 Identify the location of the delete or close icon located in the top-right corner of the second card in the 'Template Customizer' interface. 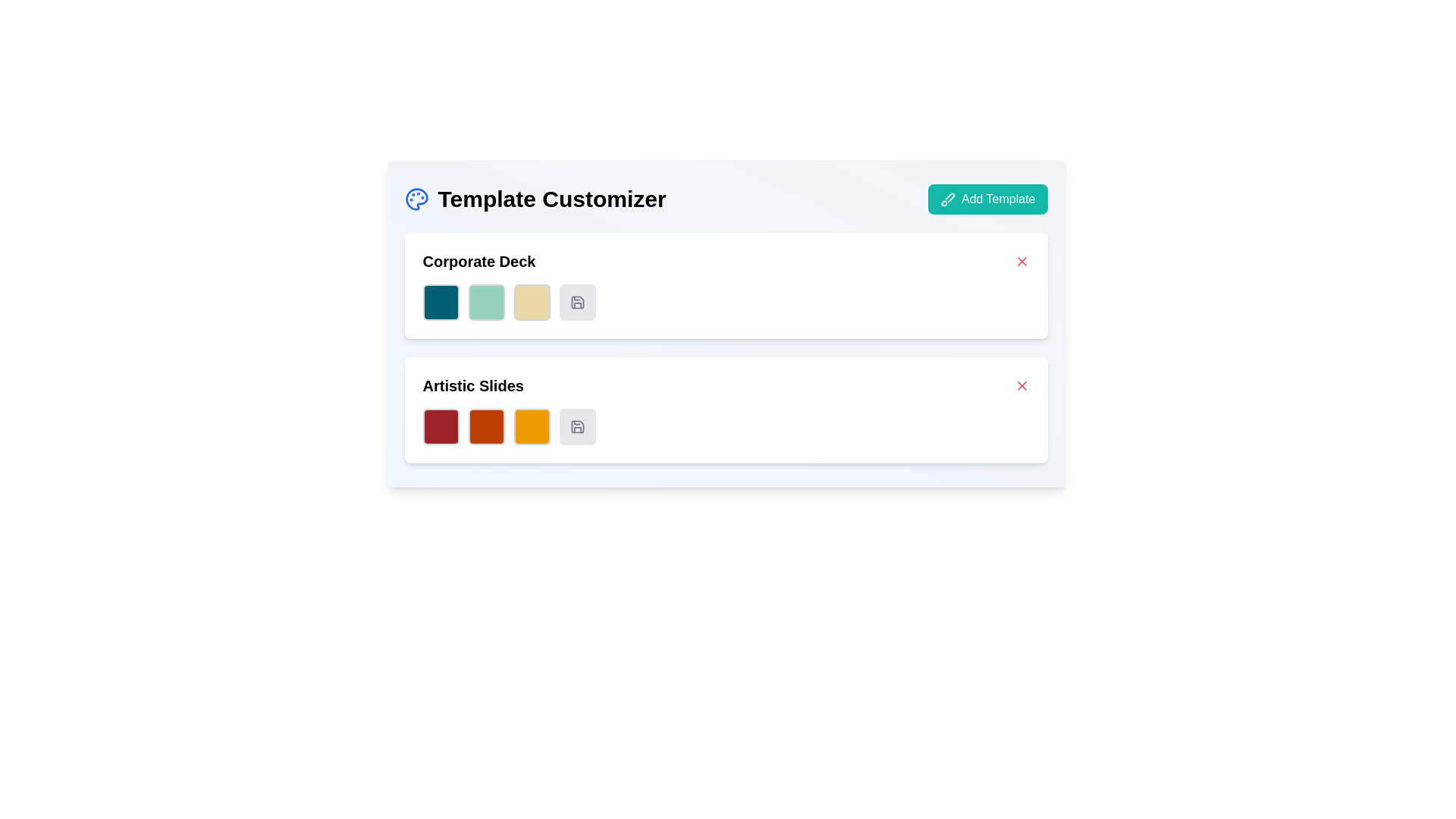
(1021, 385).